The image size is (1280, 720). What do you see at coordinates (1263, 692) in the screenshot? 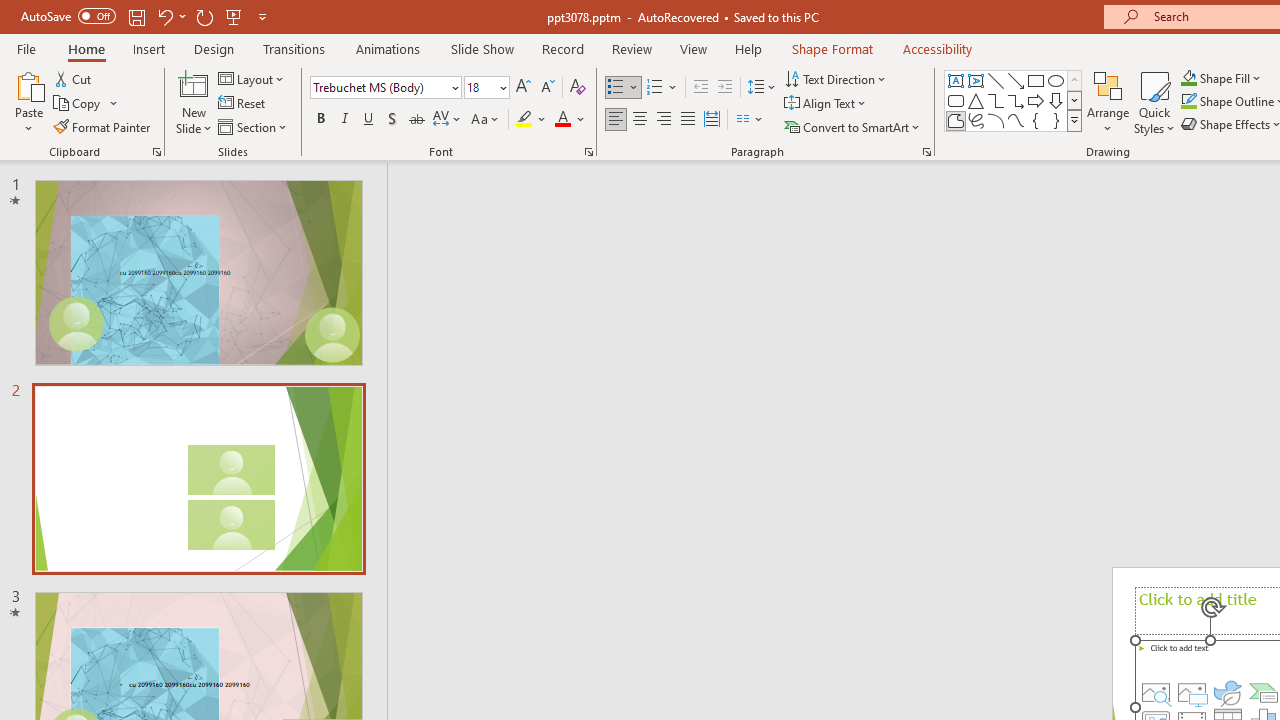
I see `'Insert a SmartArt Graphic'` at bounding box center [1263, 692].